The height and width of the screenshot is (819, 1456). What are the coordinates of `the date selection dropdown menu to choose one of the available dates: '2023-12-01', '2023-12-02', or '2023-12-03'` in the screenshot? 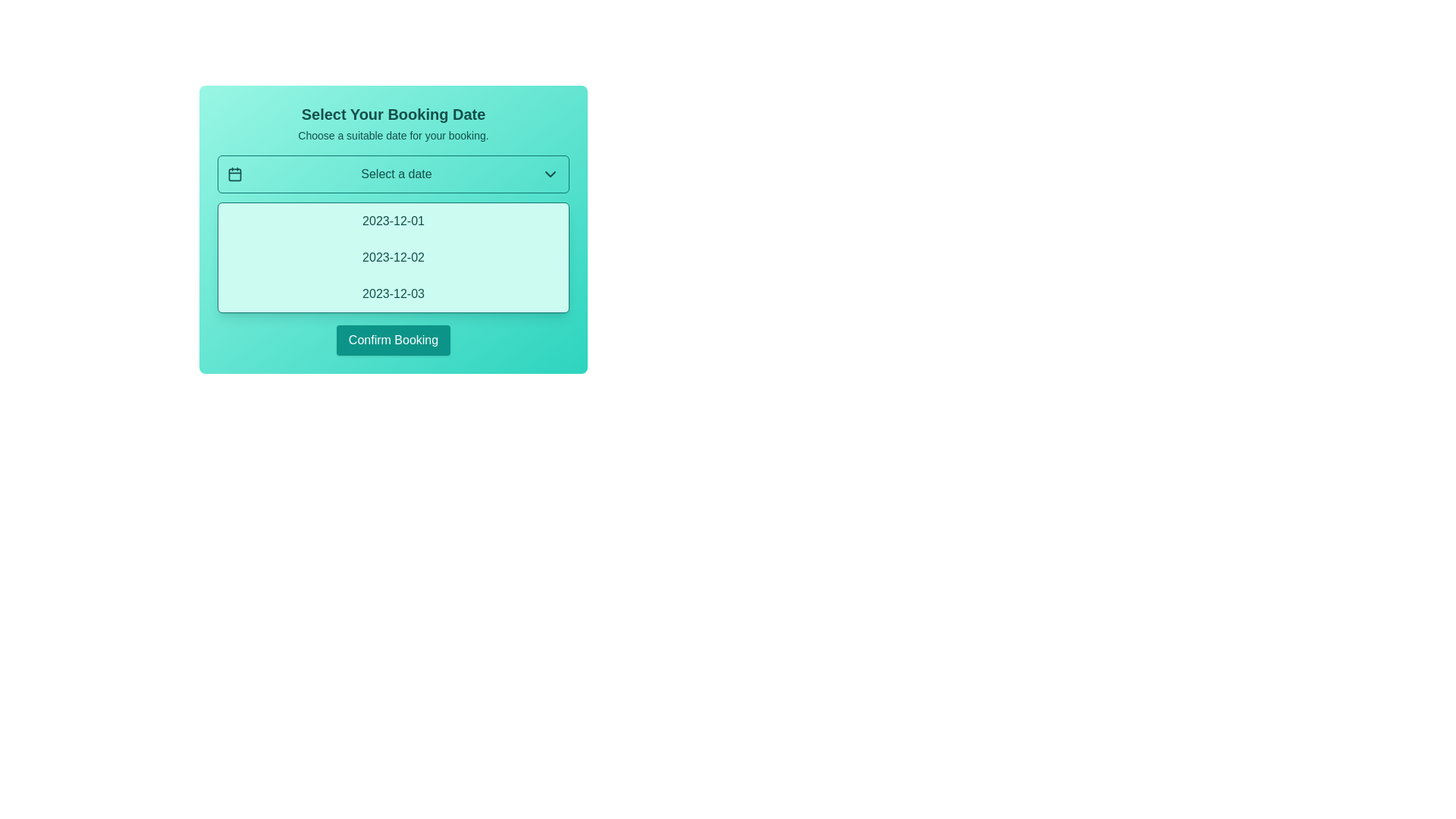 It's located at (393, 230).